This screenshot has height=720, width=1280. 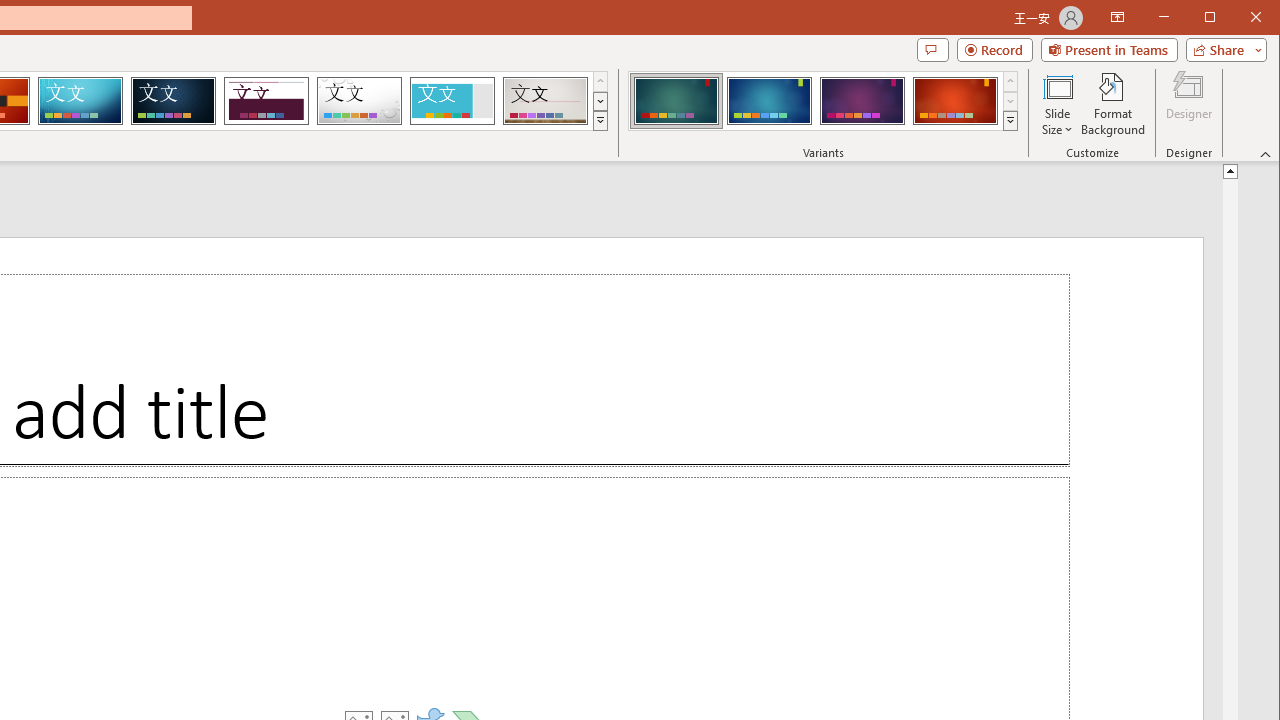 I want to click on 'Ion Variant 3', so click(x=862, y=100).